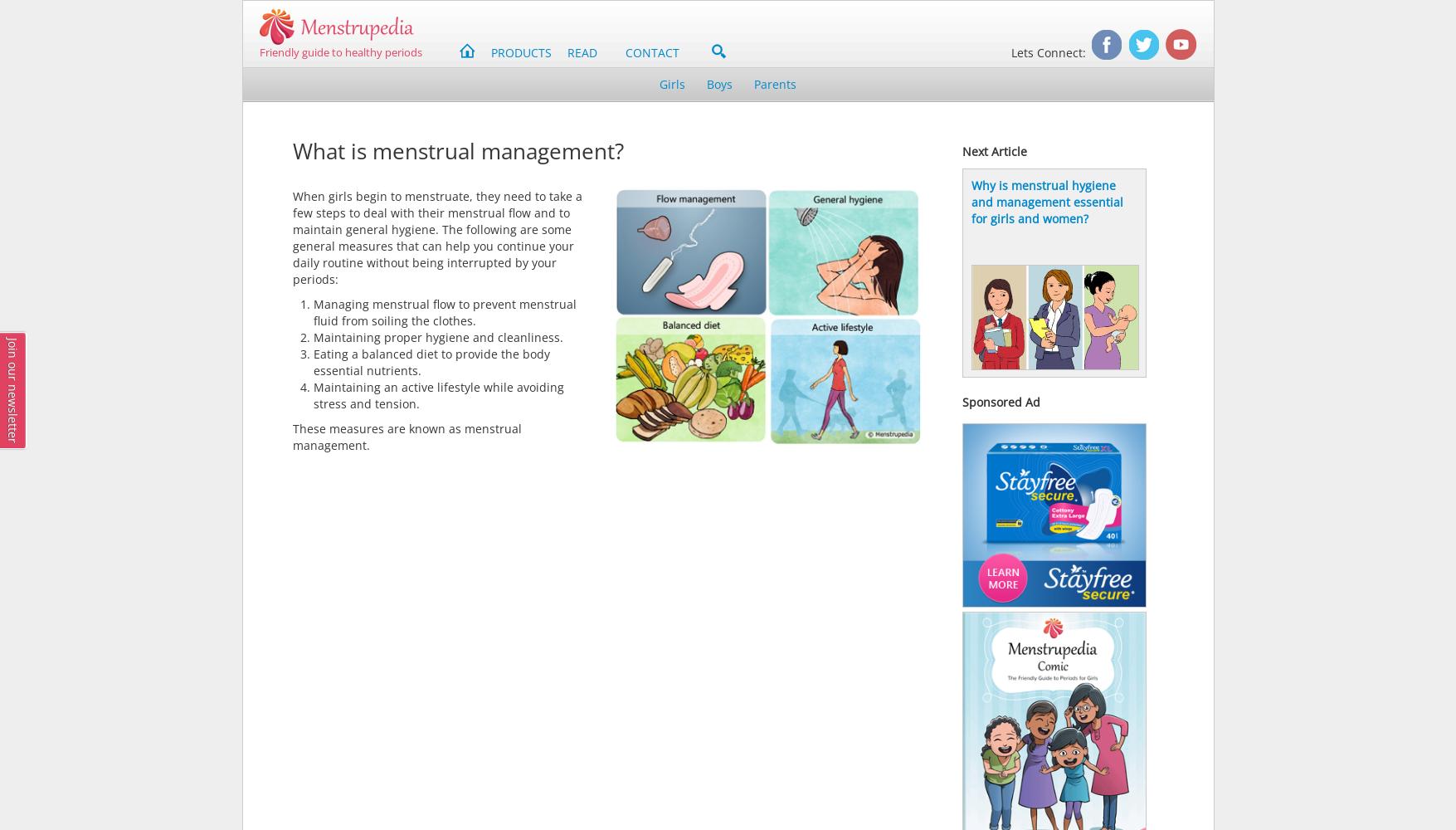 This screenshot has width=1456, height=830. I want to click on 'CONTACT', so click(651, 51).